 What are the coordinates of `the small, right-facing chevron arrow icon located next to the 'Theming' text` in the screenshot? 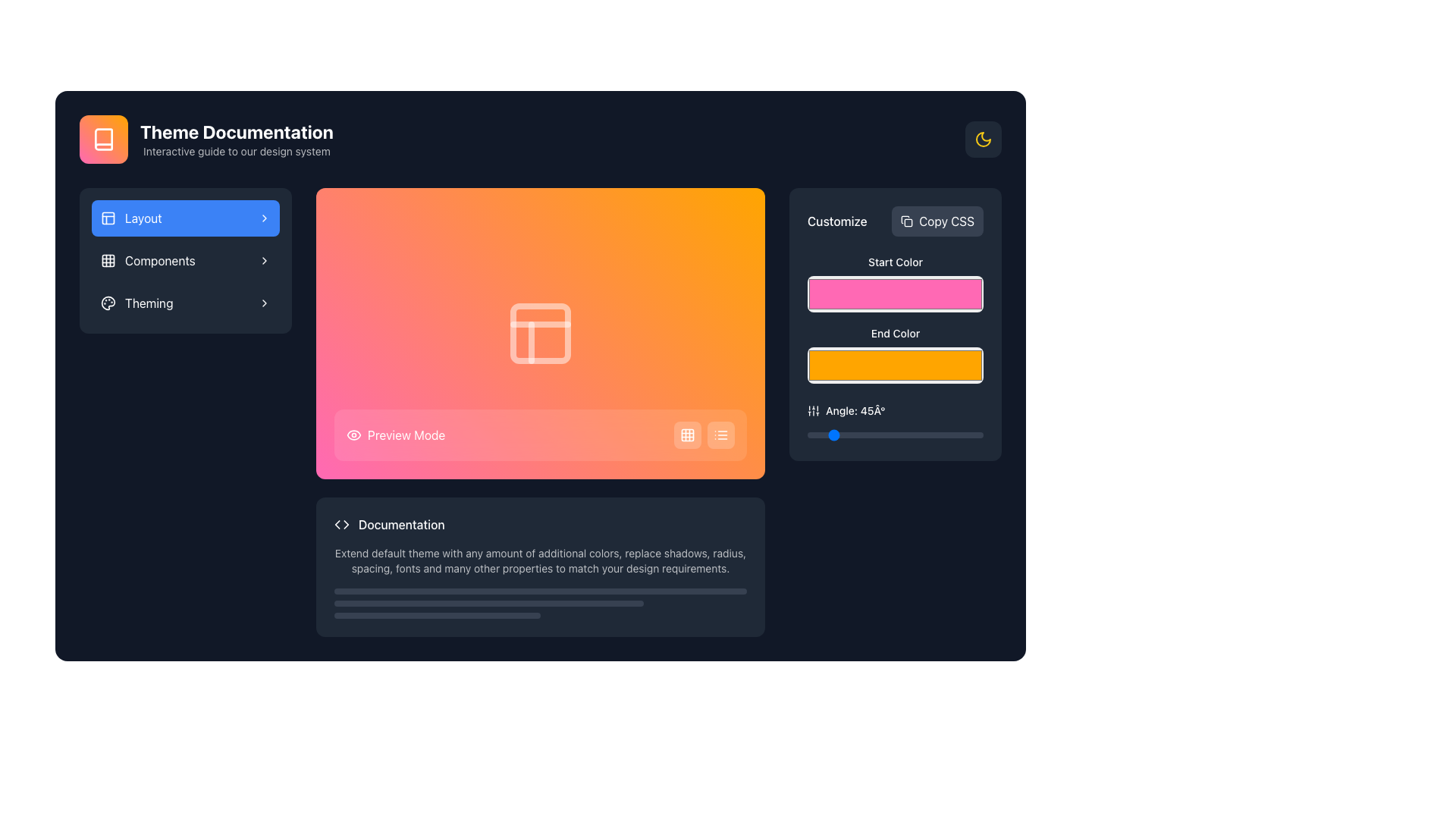 It's located at (265, 303).